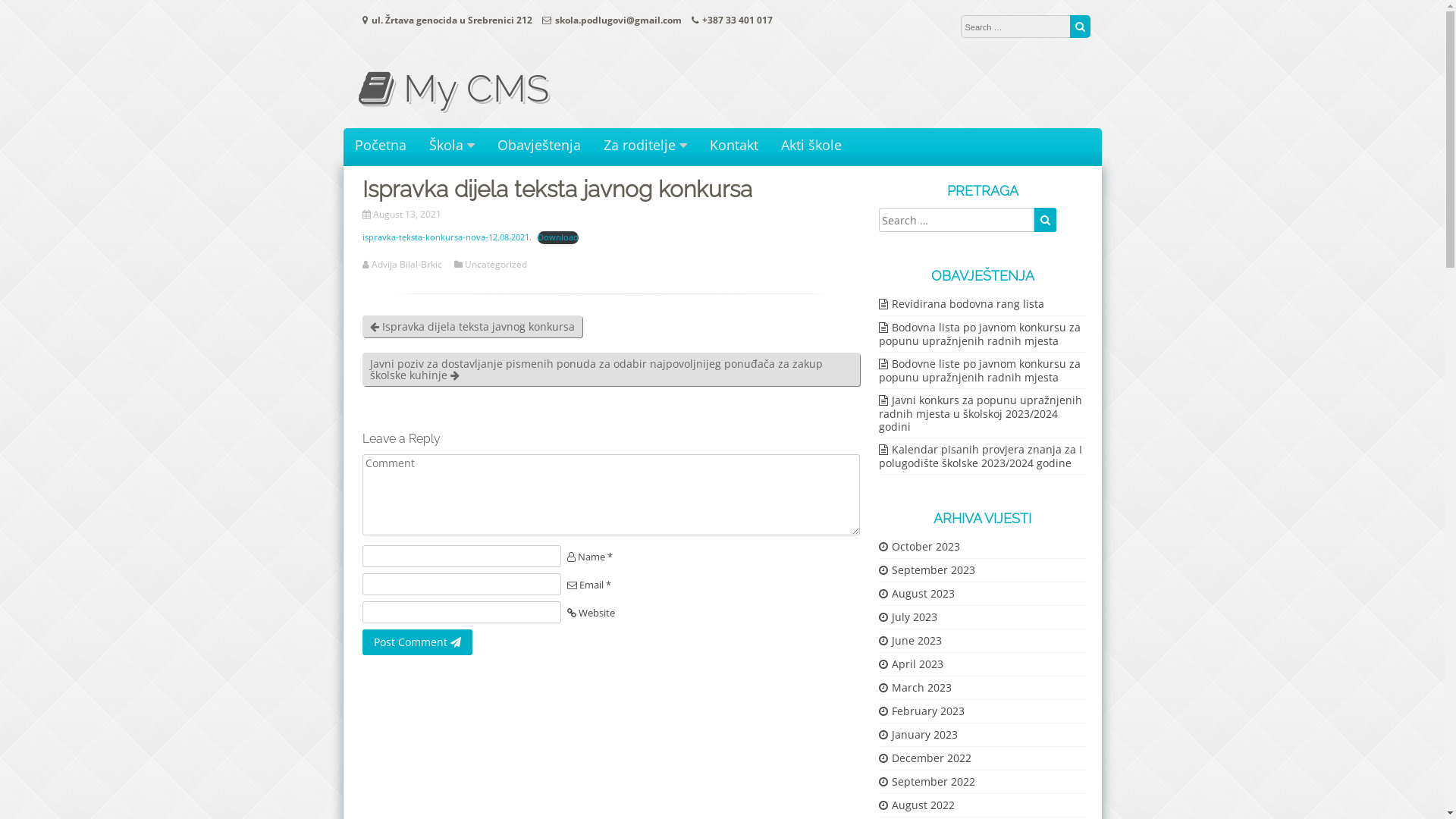  Describe the element at coordinates (960, 303) in the screenshot. I see `'Revidirana bodovna rang lista'` at that location.